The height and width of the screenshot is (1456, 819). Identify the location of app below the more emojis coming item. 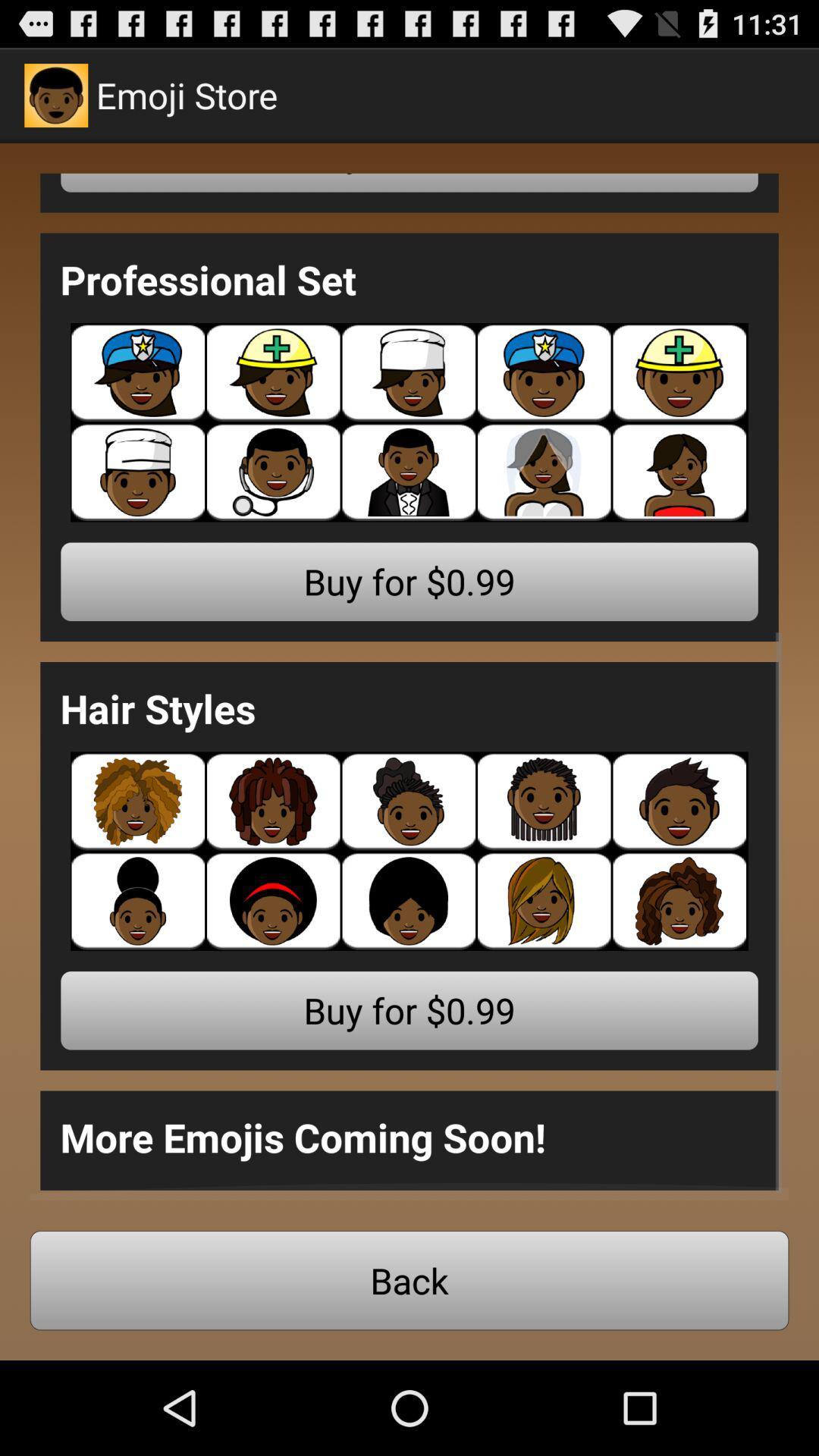
(409, 1279).